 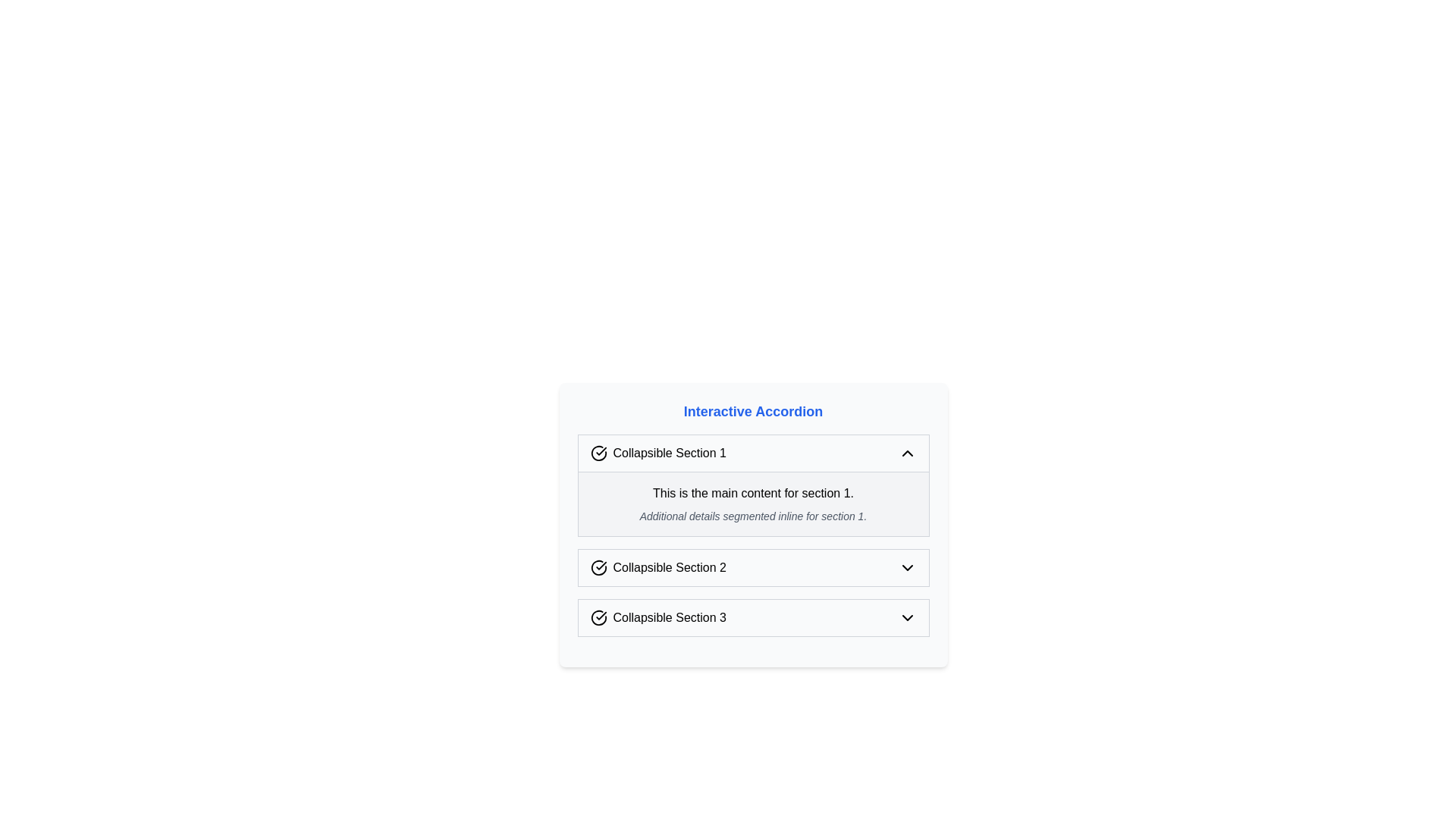 I want to click on the header of the third collapsible section in the accordion interface, so click(x=658, y=617).